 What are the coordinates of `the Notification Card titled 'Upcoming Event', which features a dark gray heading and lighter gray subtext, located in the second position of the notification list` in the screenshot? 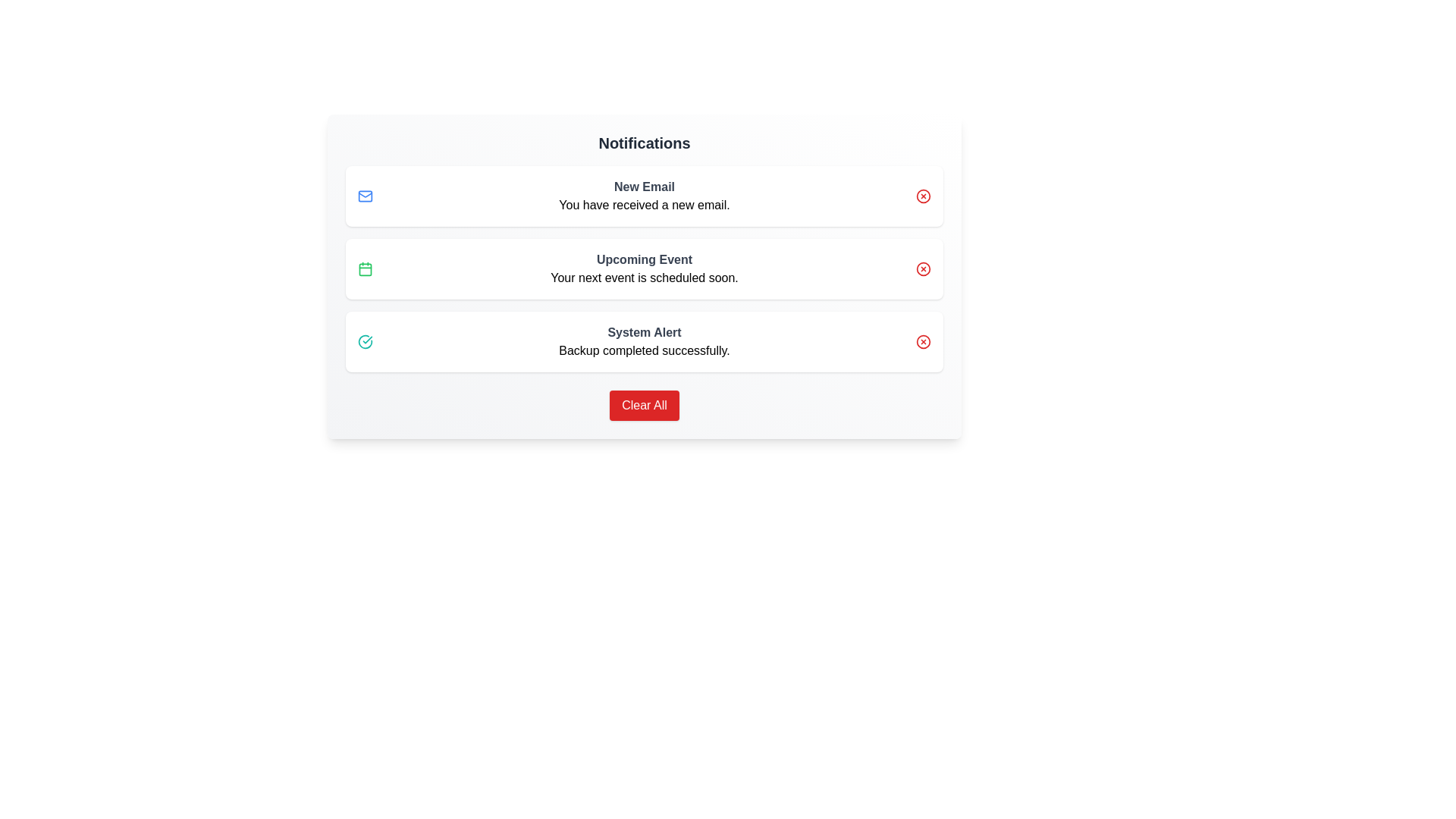 It's located at (644, 268).